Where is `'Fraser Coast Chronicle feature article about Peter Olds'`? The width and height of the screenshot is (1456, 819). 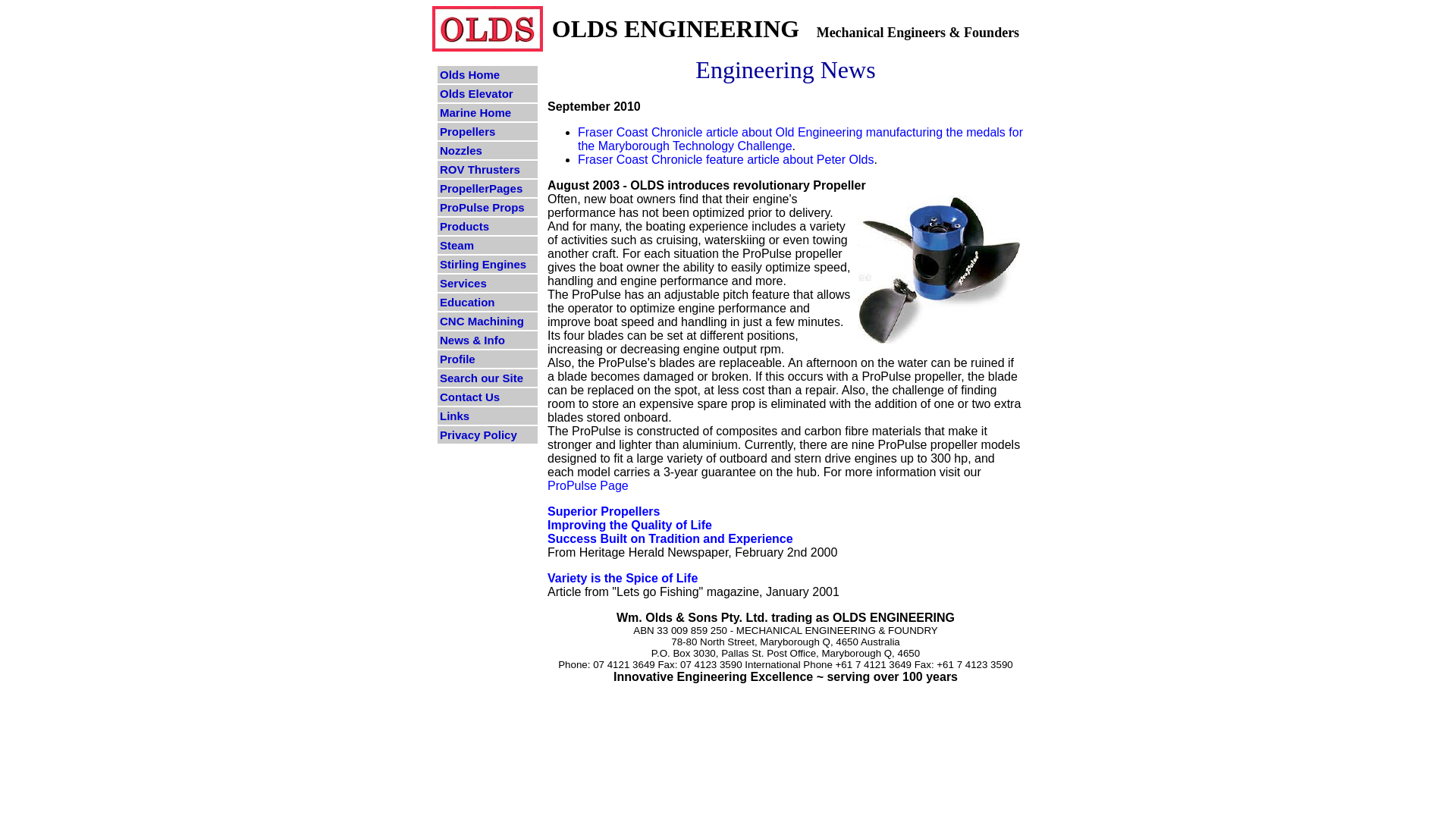
'Fraser Coast Chronicle feature article about Peter Olds' is located at coordinates (724, 159).